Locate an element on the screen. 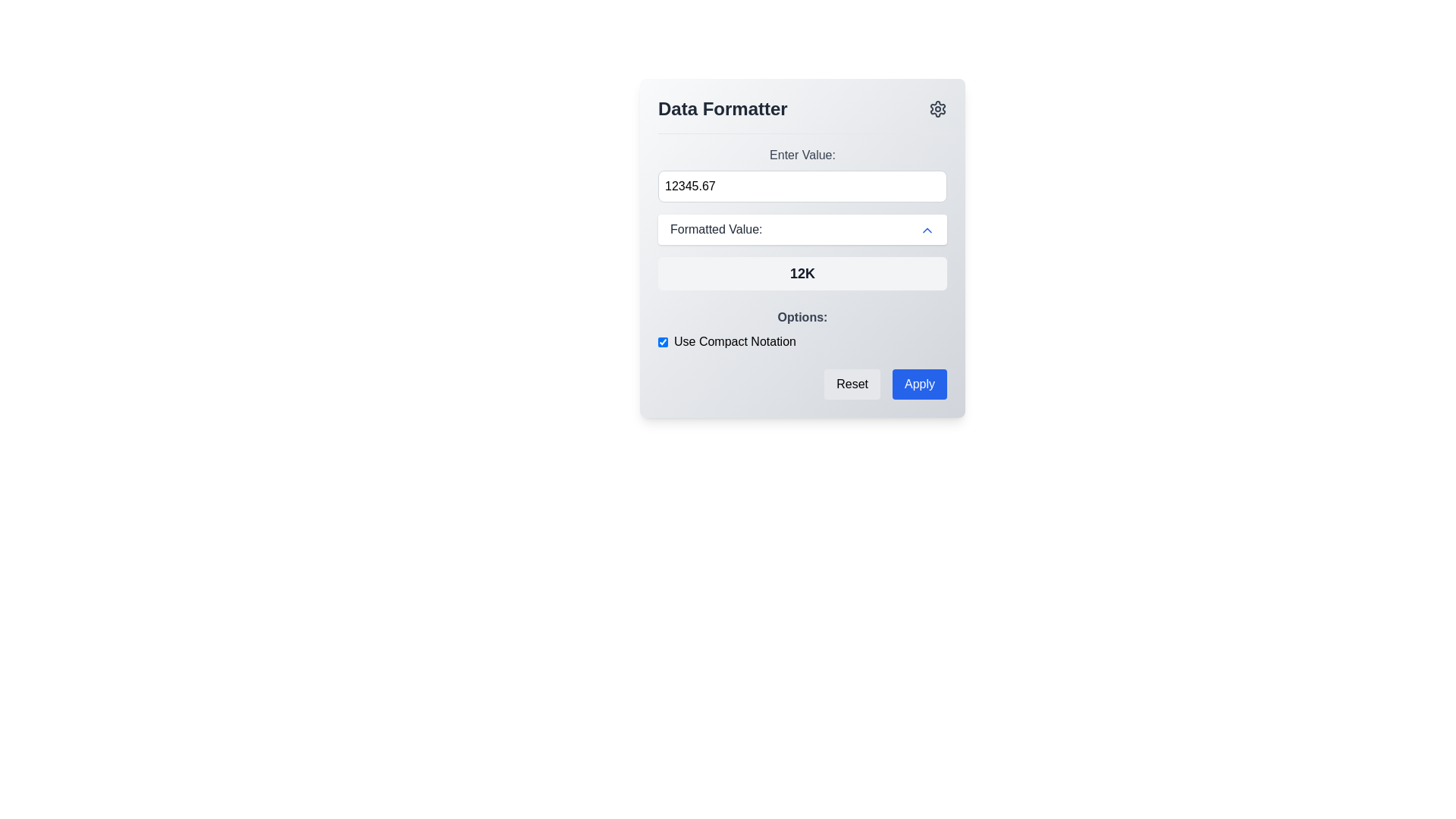 This screenshot has width=1456, height=819. the interactive text input box labeled 'Enter Value:' that is styled with a light gray outline and has a preset value of '12345.67' is located at coordinates (802, 174).